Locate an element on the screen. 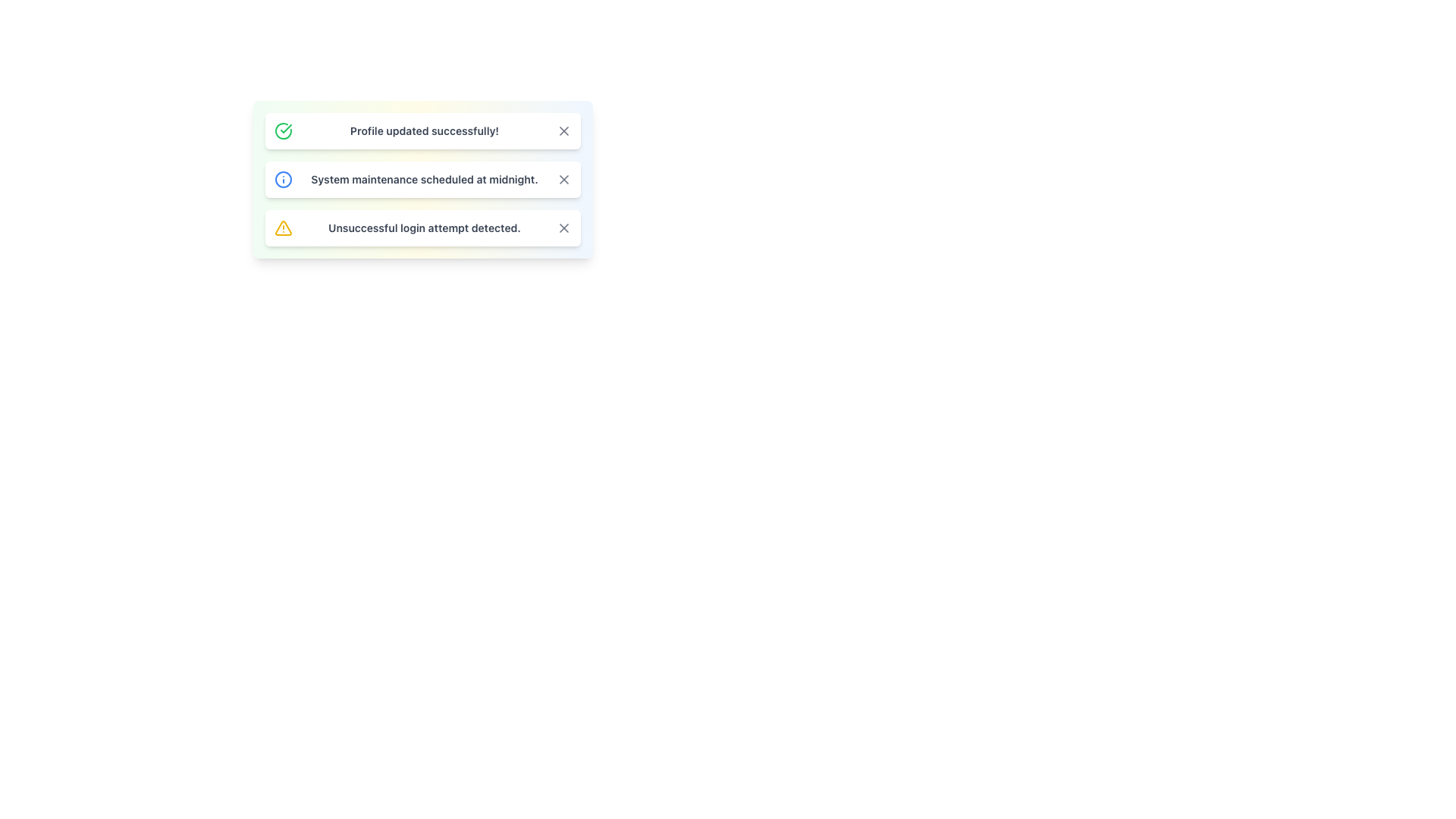  the diagonal line segment of the 'X' icon located on the right side of the third notification panel is located at coordinates (563, 227).